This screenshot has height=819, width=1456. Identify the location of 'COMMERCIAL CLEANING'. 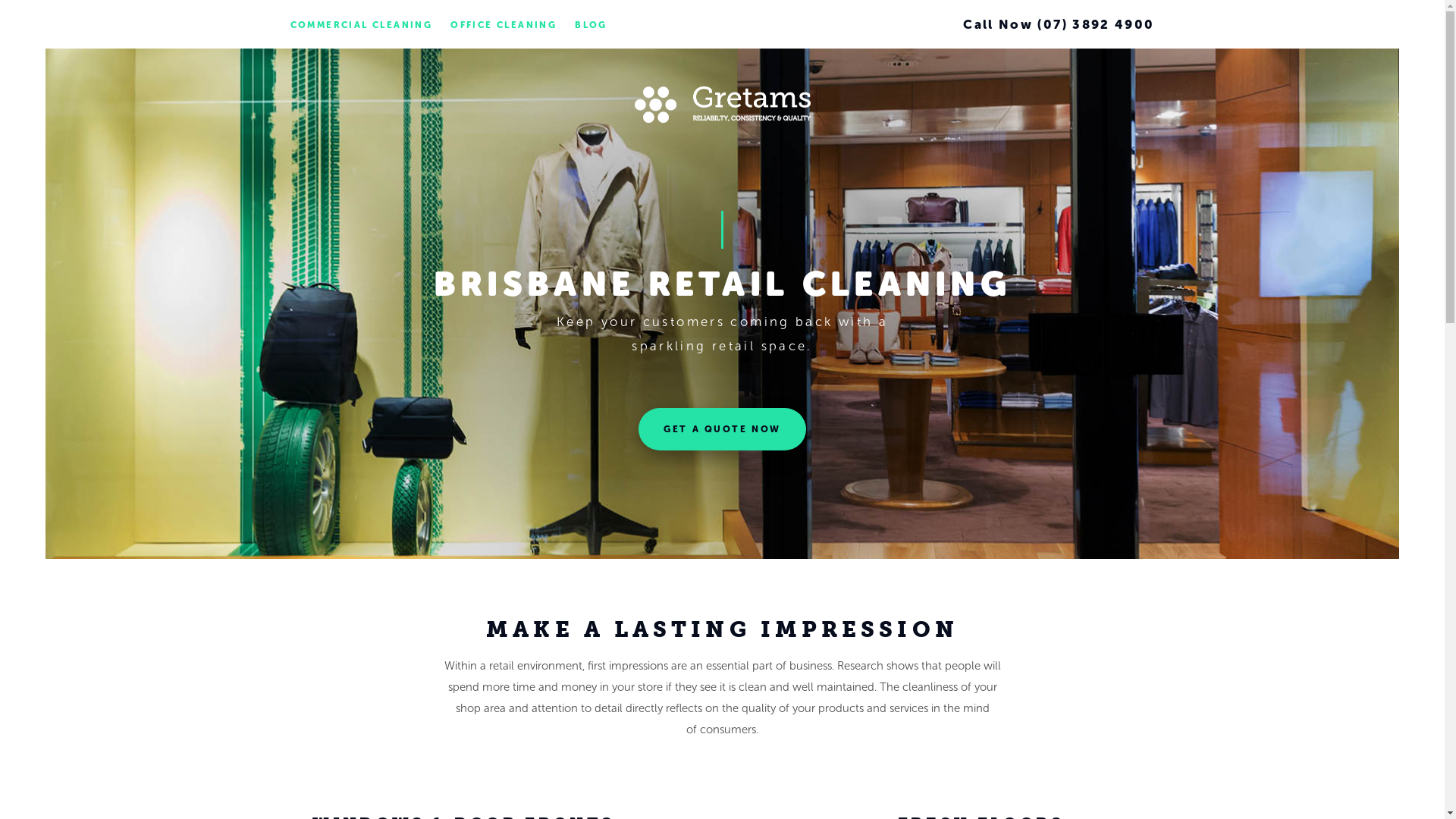
(290, 25).